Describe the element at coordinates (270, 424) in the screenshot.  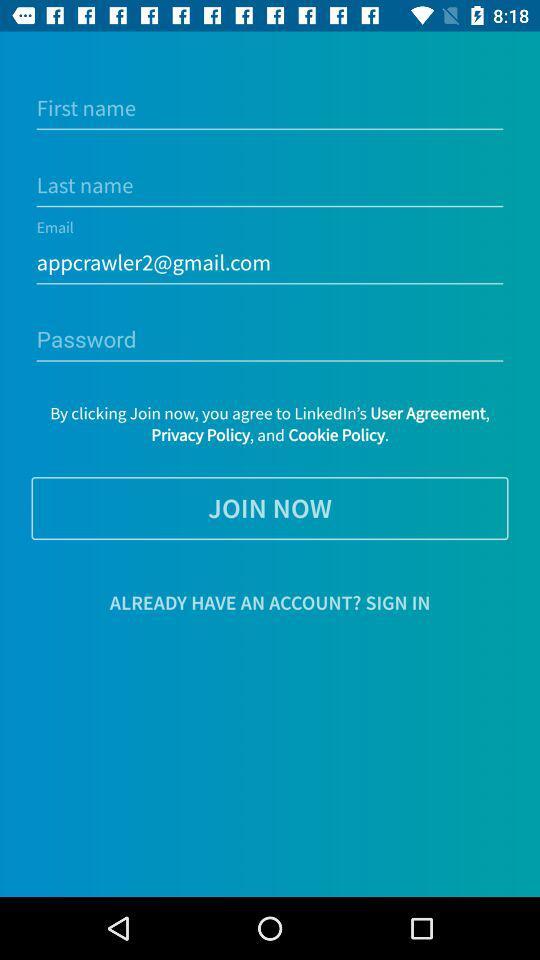
I see `item above the join now item` at that location.